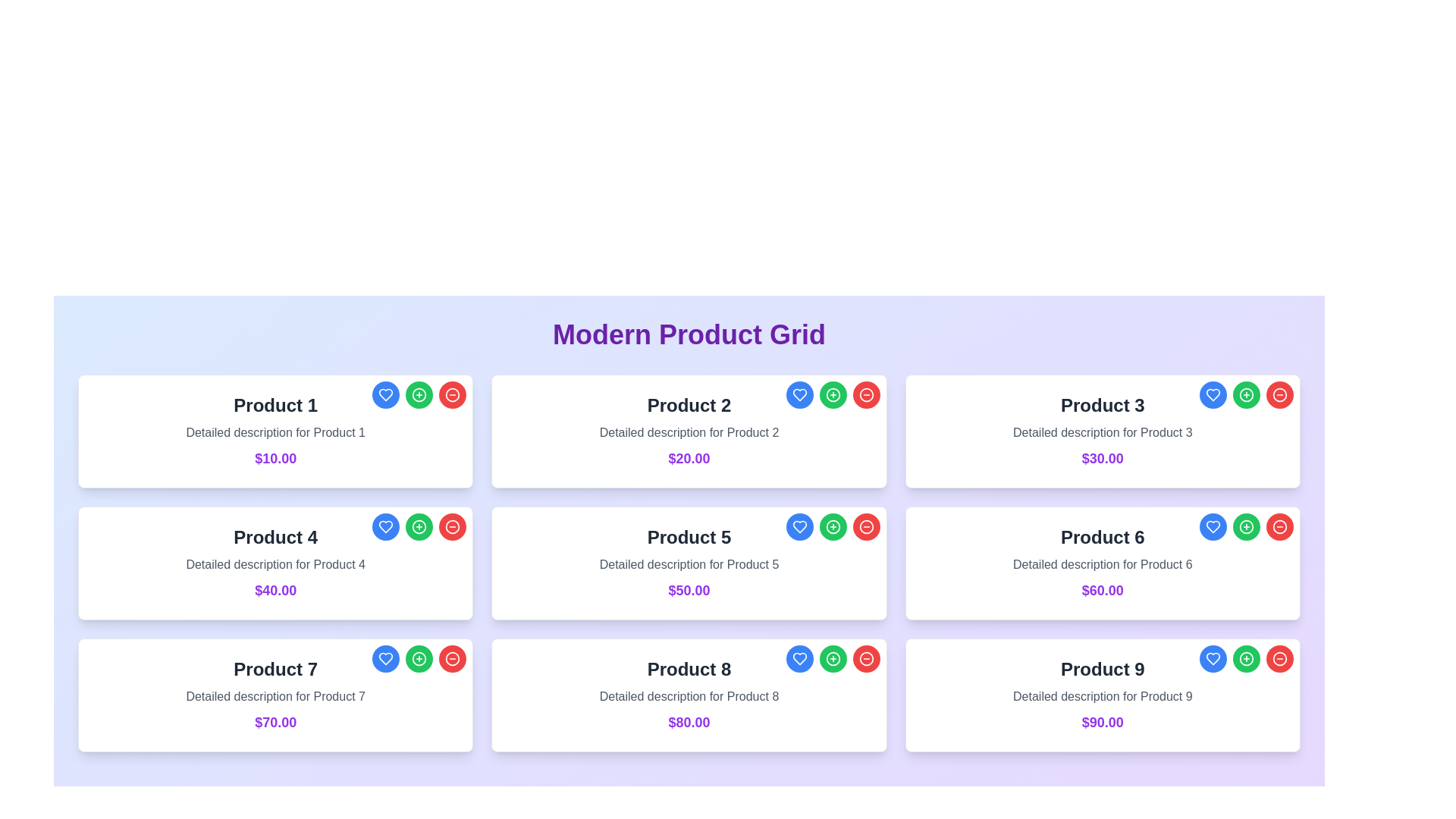 The width and height of the screenshot is (1456, 819). Describe the element at coordinates (419, 526) in the screenshot. I see `the 'Add to Cart' button for 'Product 4' located in the top-right corner of the product card` at that location.